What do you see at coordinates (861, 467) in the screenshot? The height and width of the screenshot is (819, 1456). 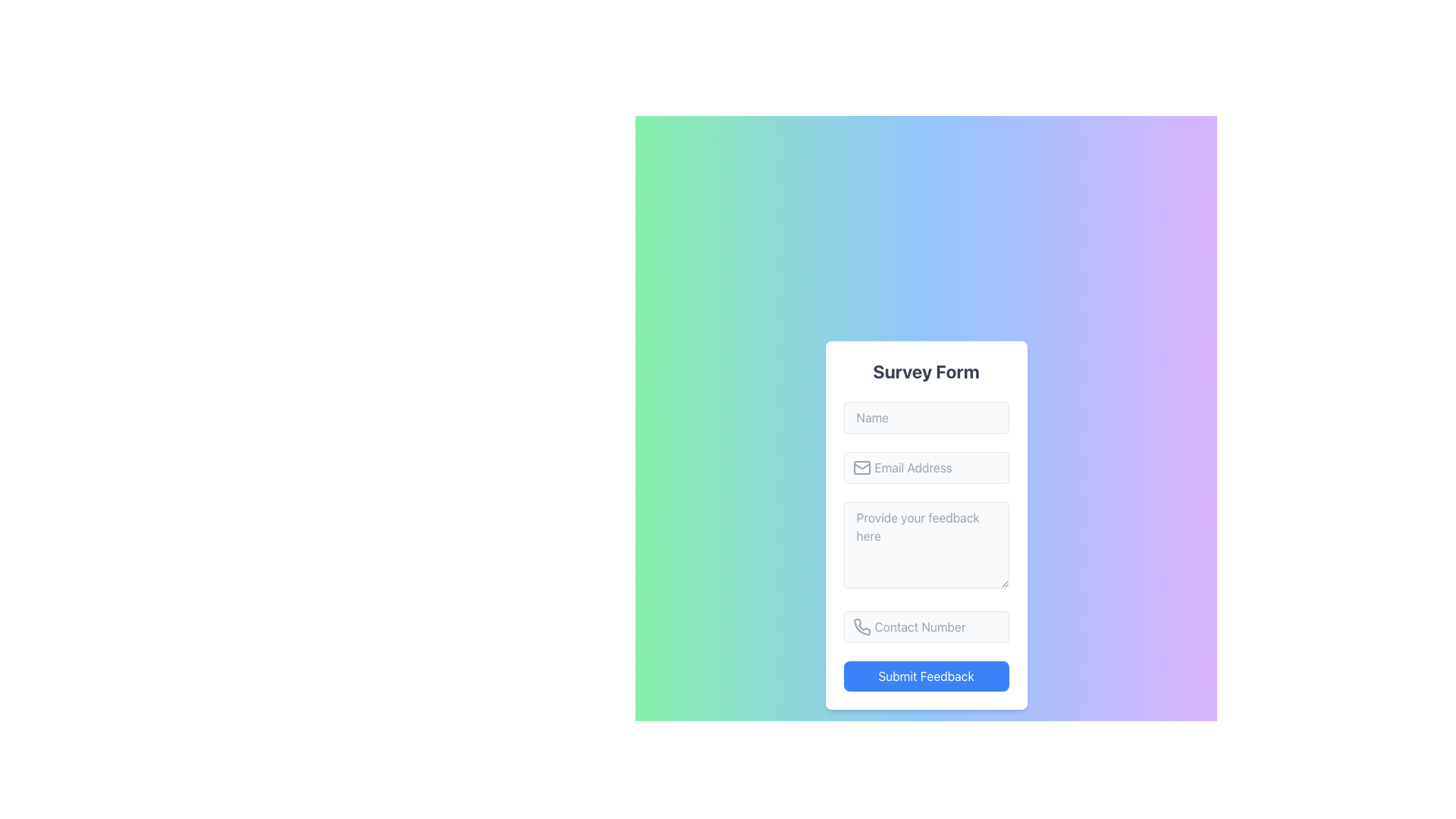 I see `the envelope SVG icon that visually indicates the purpose of the adjacent email input field, positioned to the left of the input field` at bounding box center [861, 467].